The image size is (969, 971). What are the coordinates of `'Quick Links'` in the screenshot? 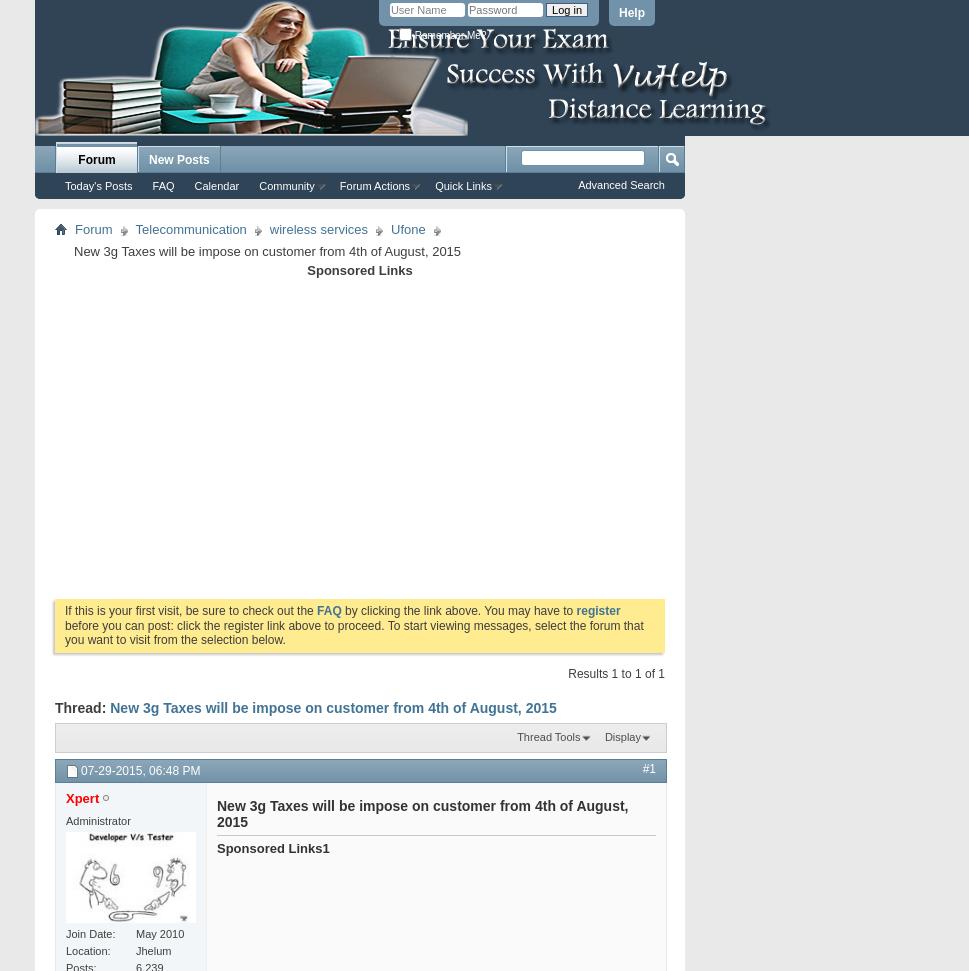 It's located at (433, 185).